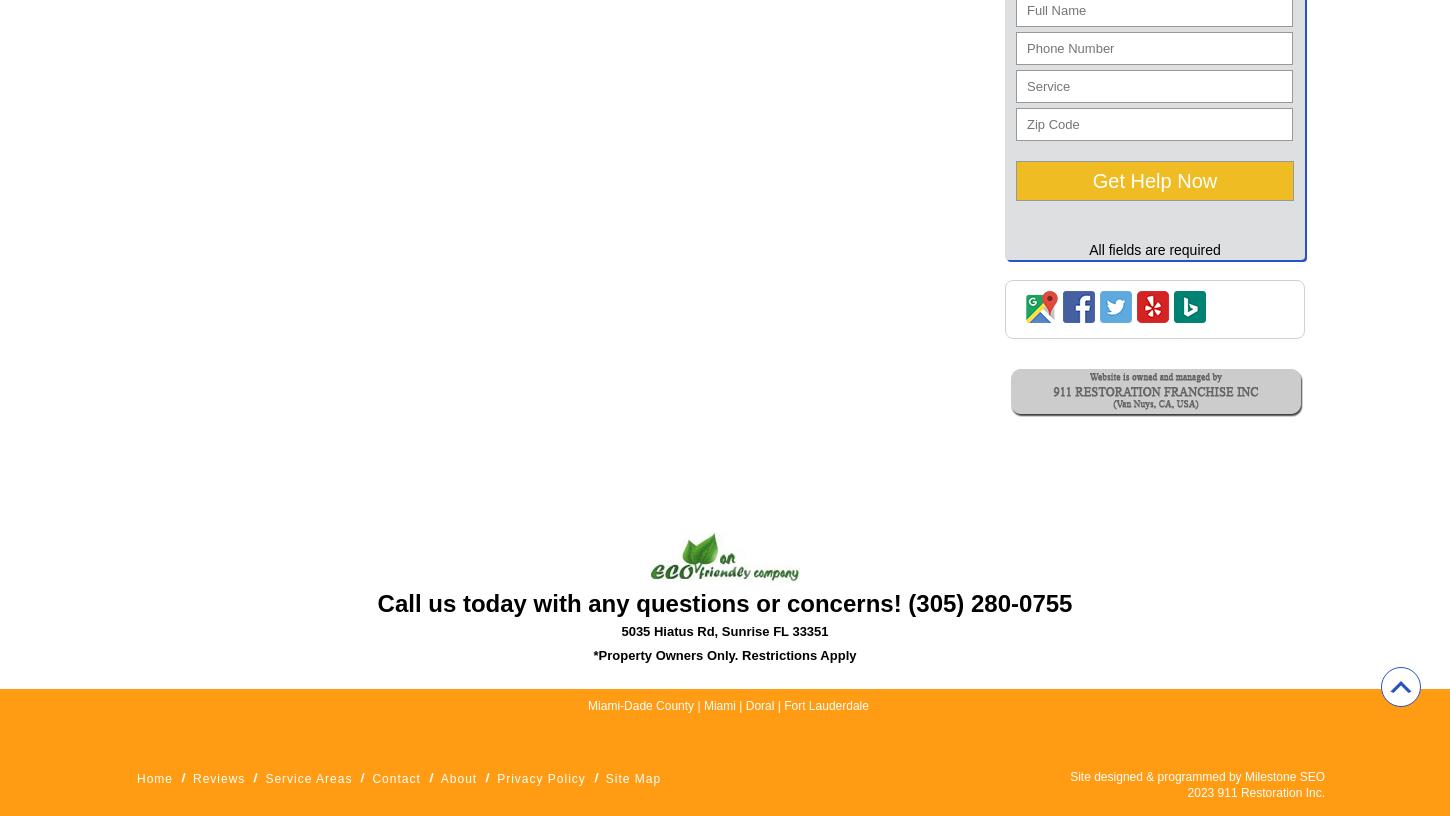  What do you see at coordinates (217, 779) in the screenshot?
I see `'Reviews'` at bounding box center [217, 779].